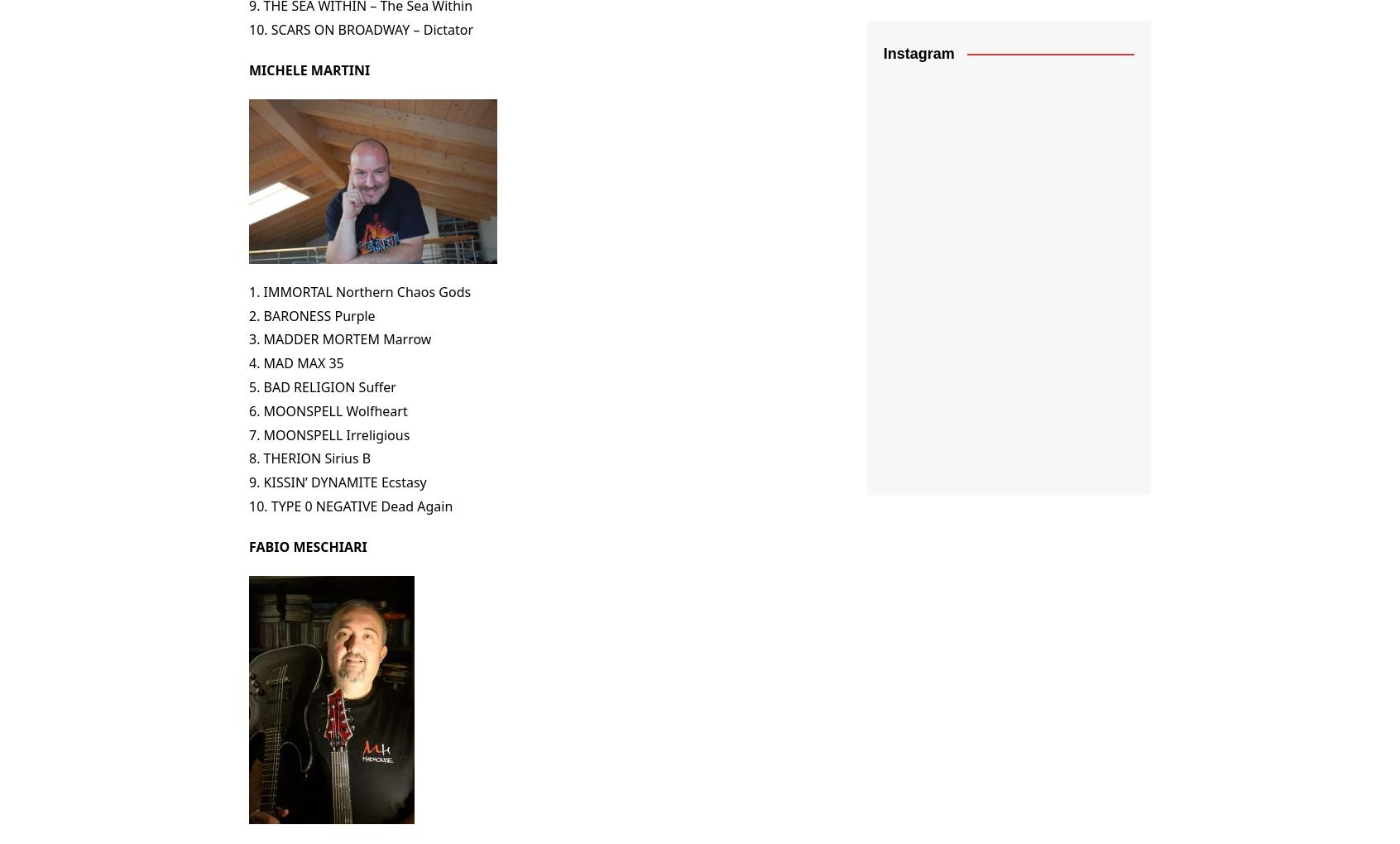  What do you see at coordinates (296, 362) in the screenshot?
I see `'4. MAD MAX 35'` at bounding box center [296, 362].